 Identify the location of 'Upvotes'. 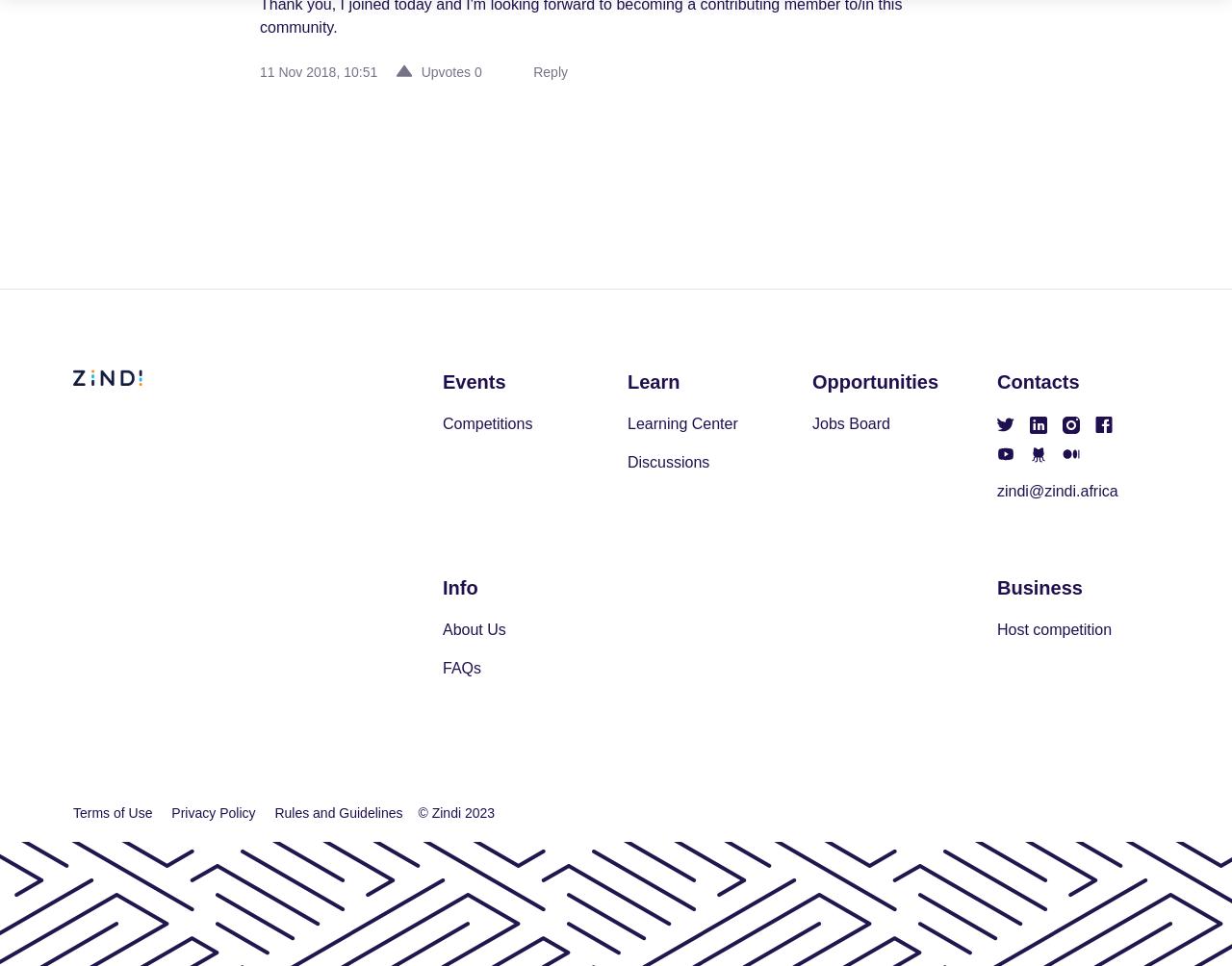
(446, 71).